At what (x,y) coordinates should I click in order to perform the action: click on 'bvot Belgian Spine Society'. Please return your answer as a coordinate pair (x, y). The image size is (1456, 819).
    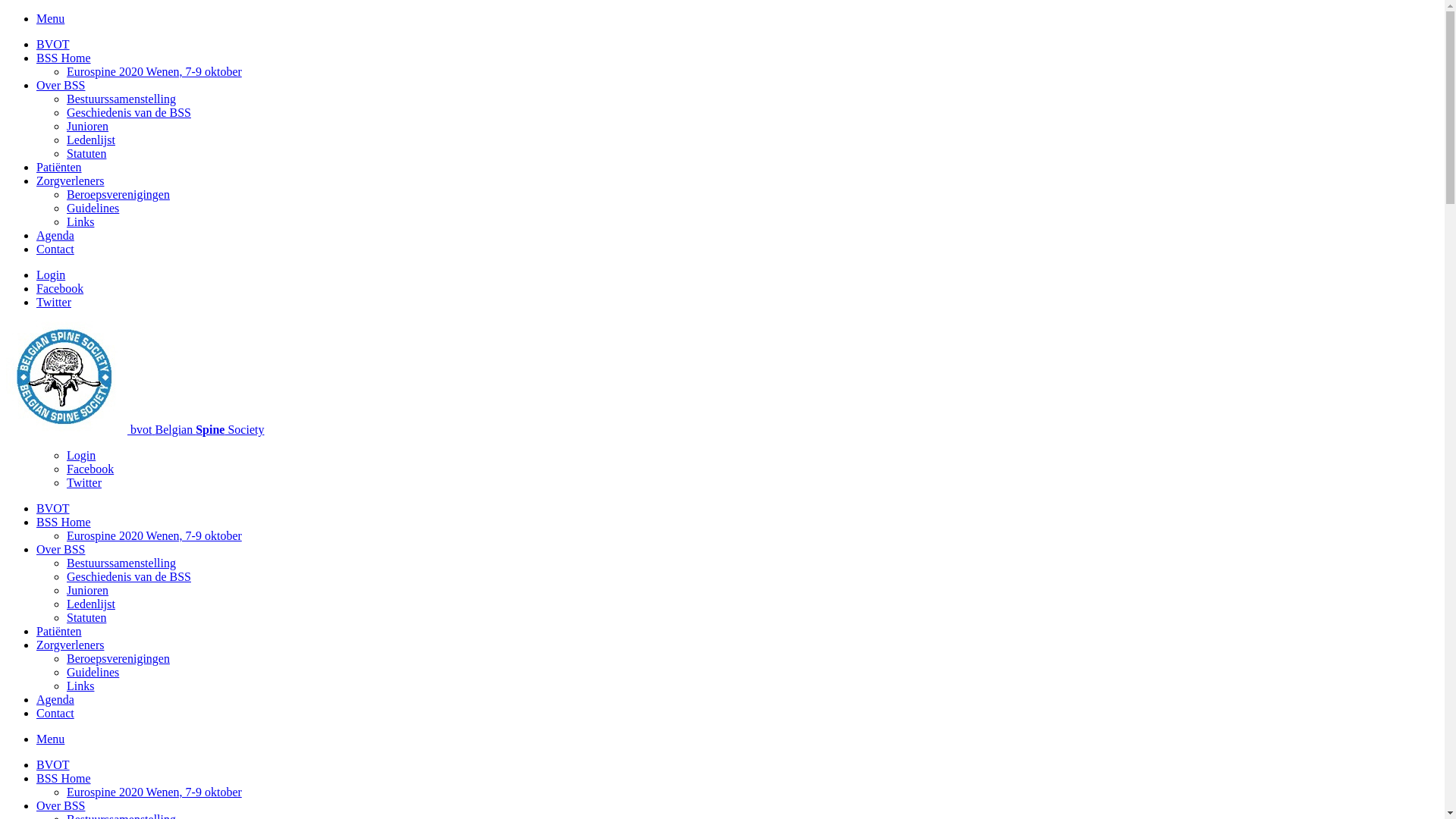
    Looking at the image, I should click on (196, 429).